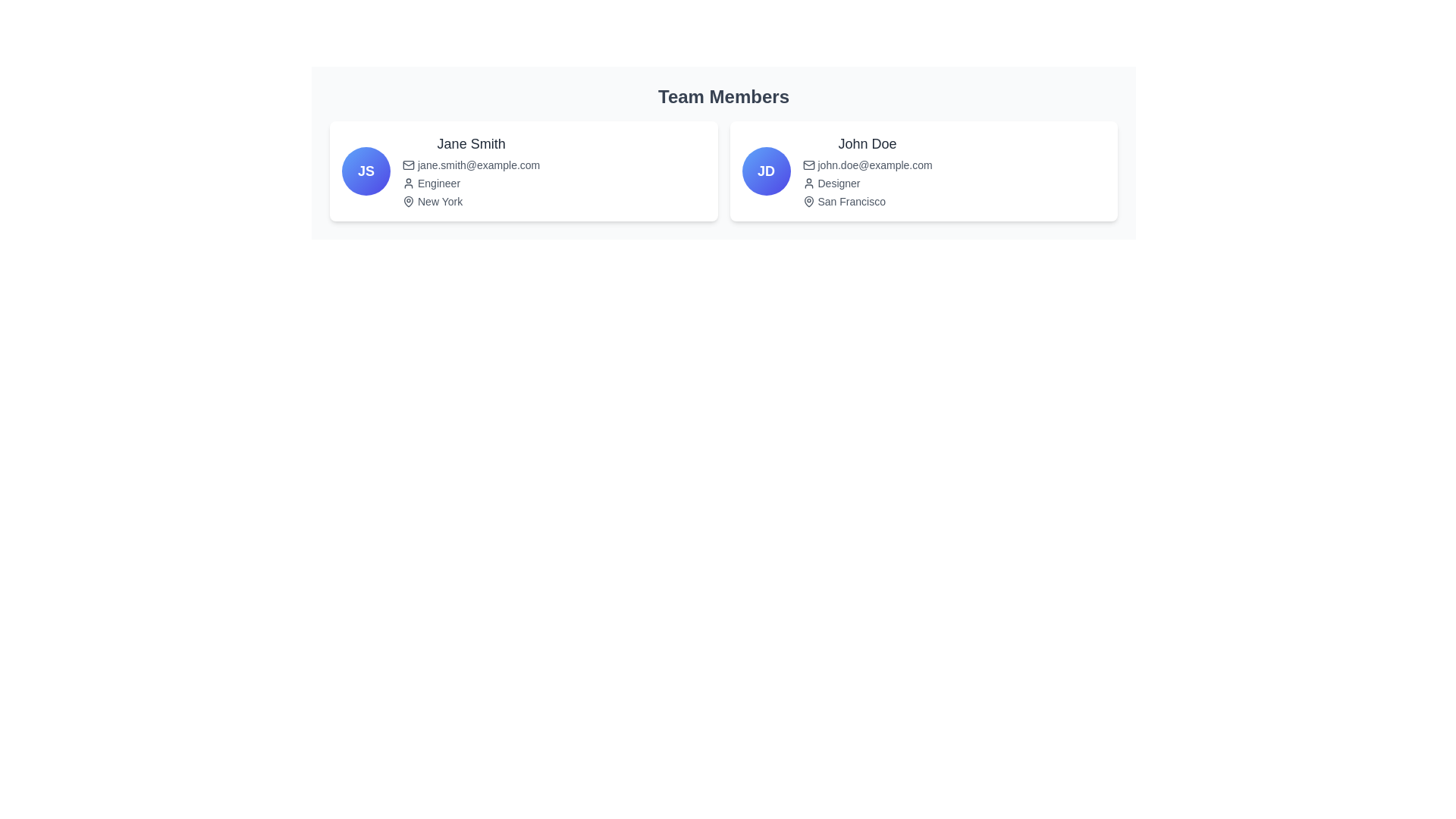  What do you see at coordinates (923, 171) in the screenshot?
I see `the Profile Card displaying team member information, which is the second card in a horizontal arrangement, to apply a hover effect` at bounding box center [923, 171].